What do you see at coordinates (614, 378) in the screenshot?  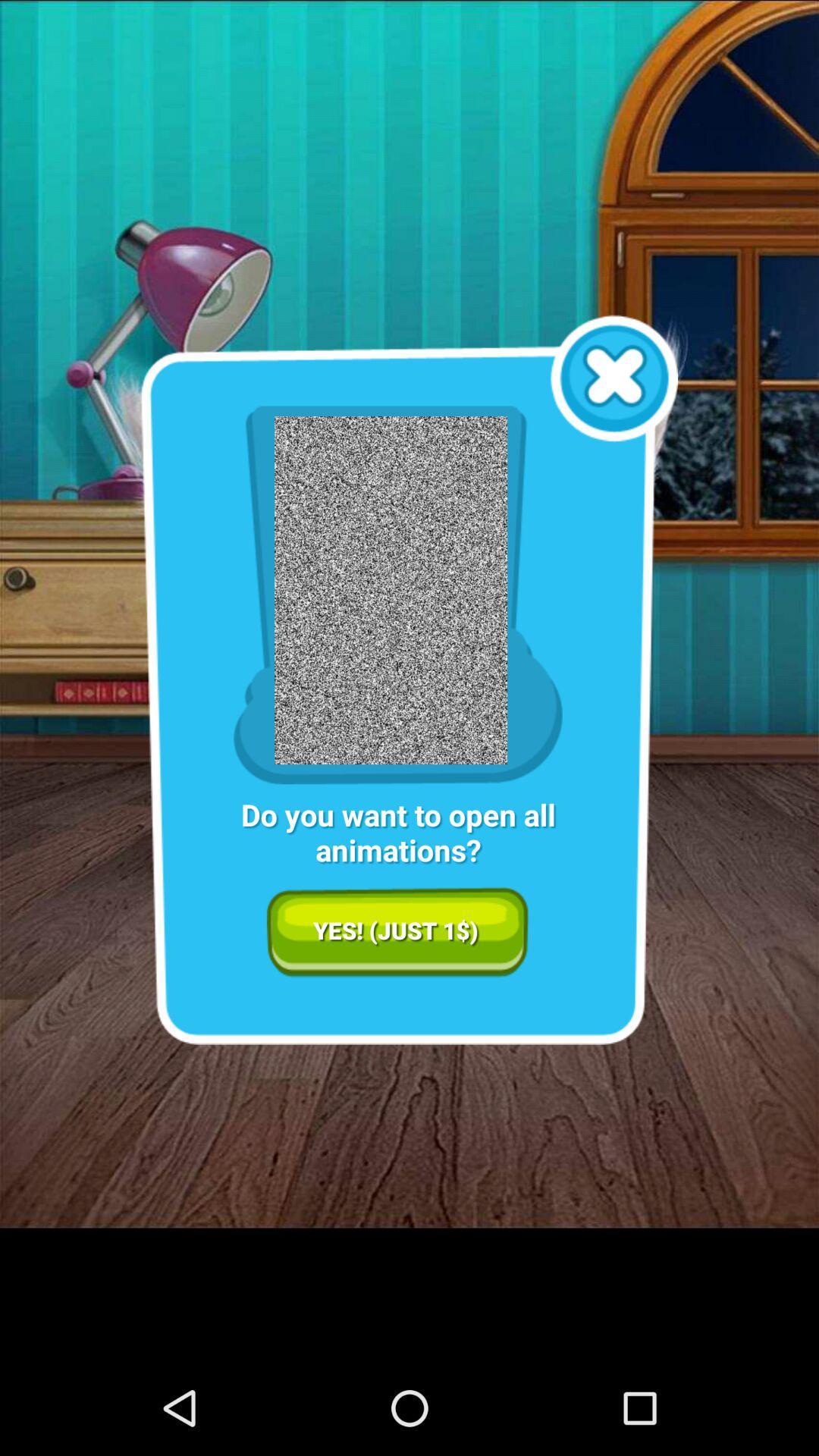 I see `icon above do you want item` at bounding box center [614, 378].